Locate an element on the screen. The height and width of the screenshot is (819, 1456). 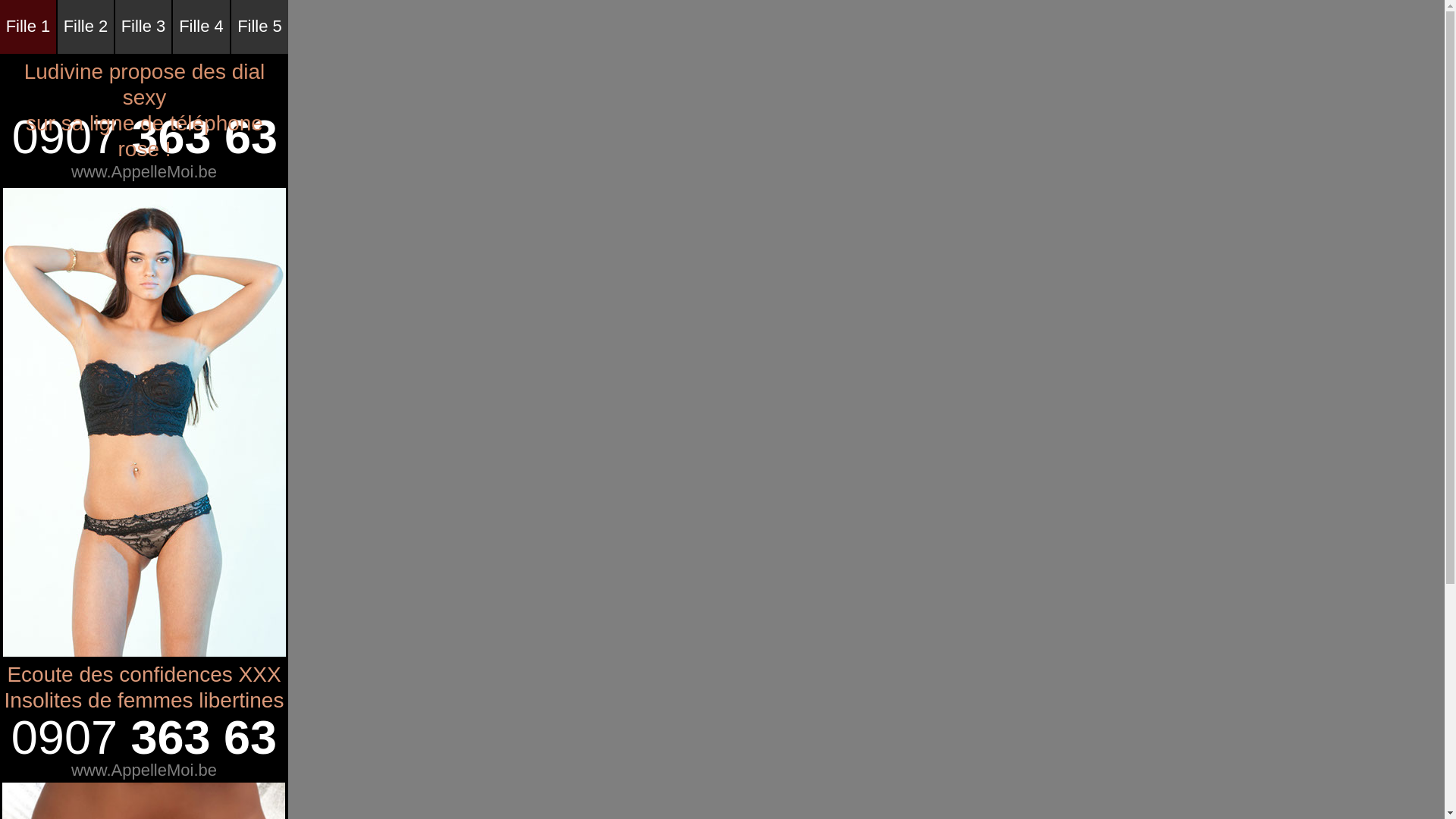
'0907 363 63' is located at coordinates (145, 137).